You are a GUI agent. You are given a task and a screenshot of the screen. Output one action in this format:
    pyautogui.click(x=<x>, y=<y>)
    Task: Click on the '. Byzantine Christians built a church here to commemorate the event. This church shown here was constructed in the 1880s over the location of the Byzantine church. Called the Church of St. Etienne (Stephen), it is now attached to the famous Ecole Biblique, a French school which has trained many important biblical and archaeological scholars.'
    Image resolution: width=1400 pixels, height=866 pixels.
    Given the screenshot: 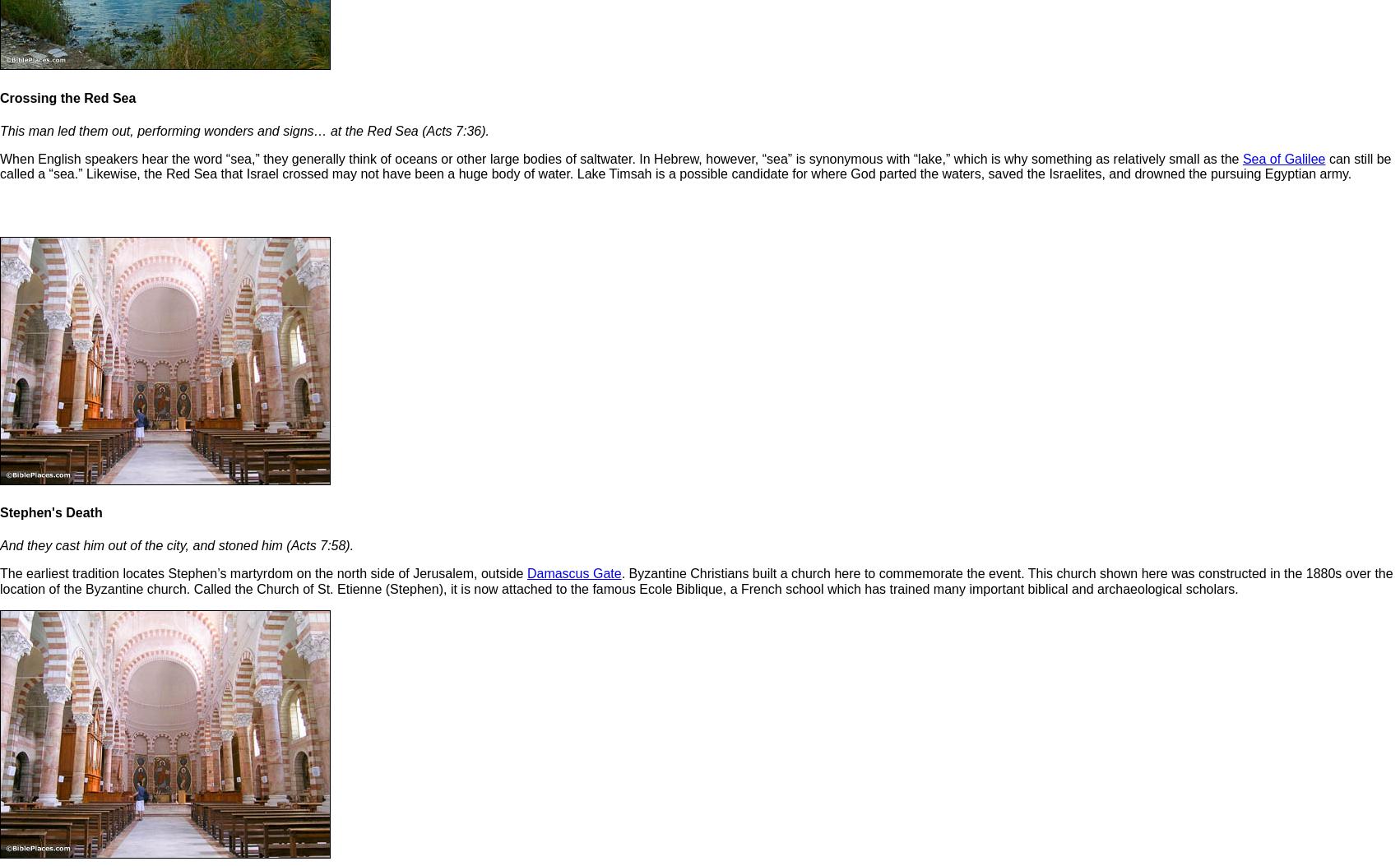 What is the action you would take?
    pyautogui.click(x=695, y=581)
    